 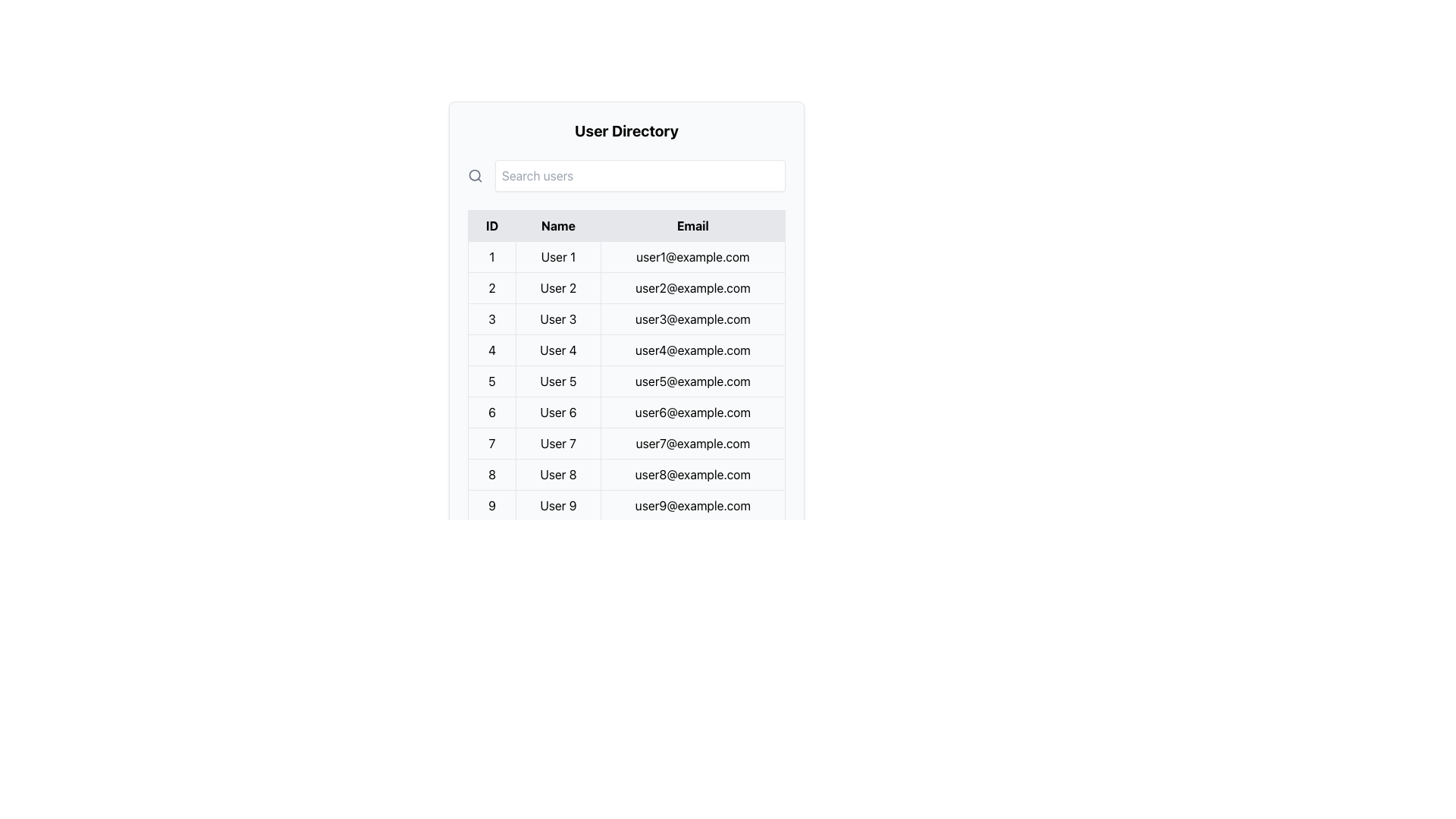 I want to click on the text field located in the fifth row of the 'ID' column in the table, which contains the number '5', so click(x=491, y=380).